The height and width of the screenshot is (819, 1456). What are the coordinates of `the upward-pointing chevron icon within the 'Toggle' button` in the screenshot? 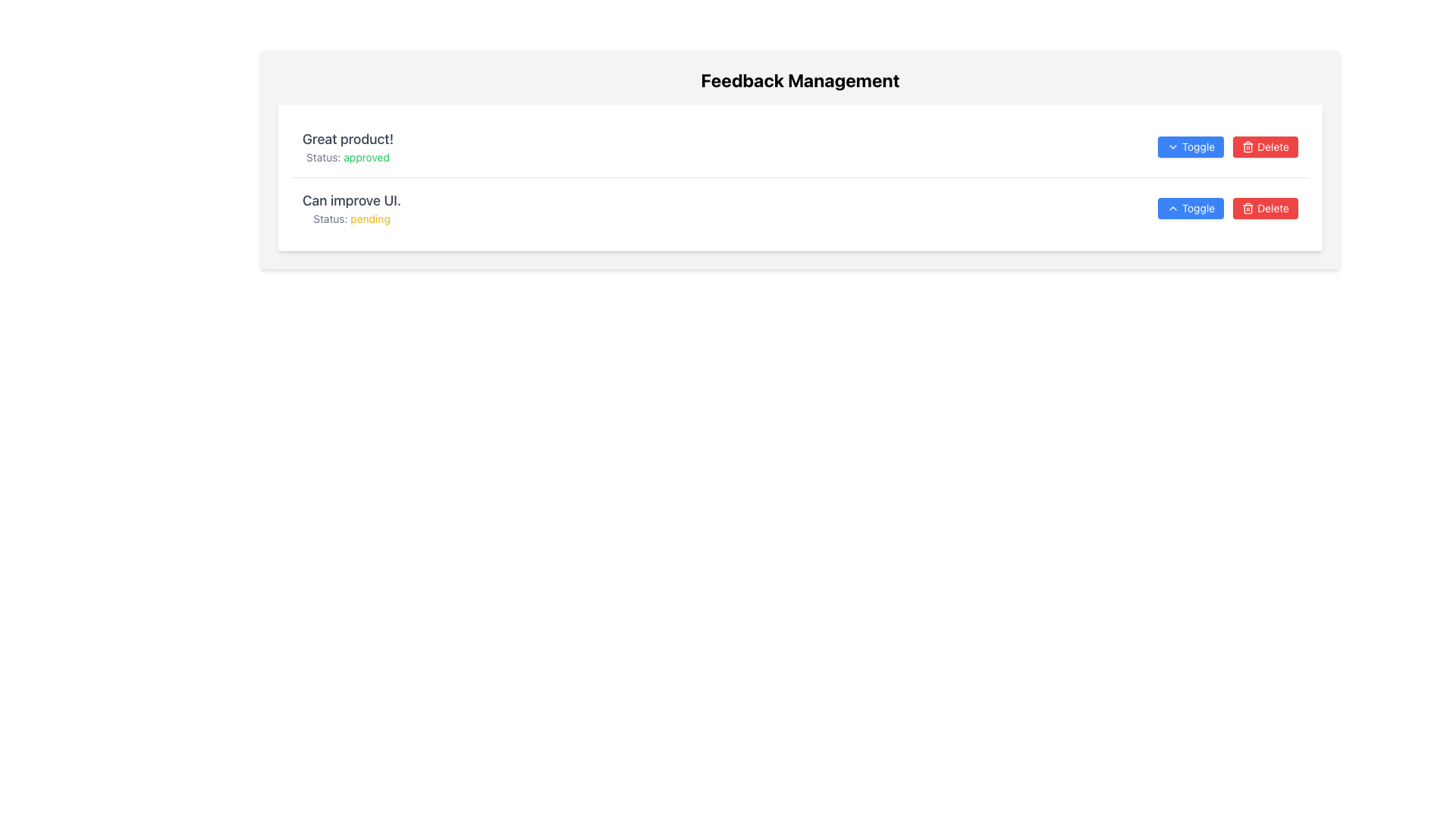 It's located at (1172, 208).